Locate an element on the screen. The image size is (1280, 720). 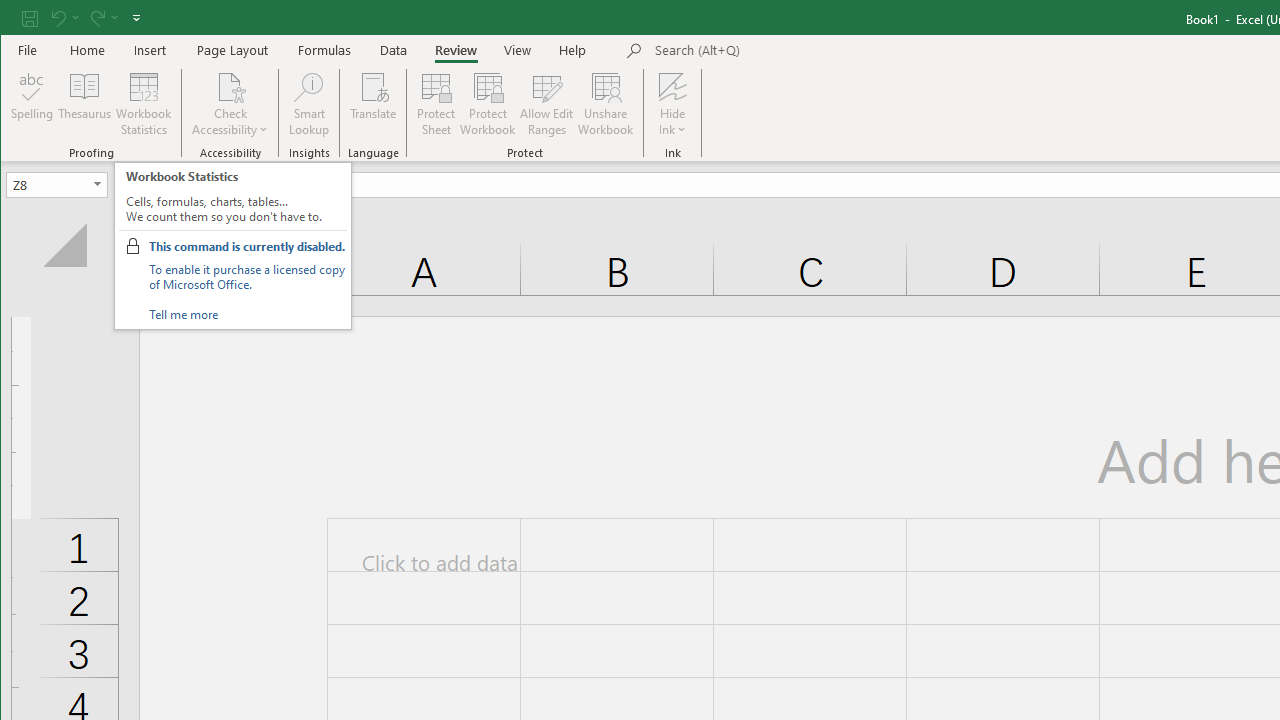
'Review' is located at coordinates (455, 49).